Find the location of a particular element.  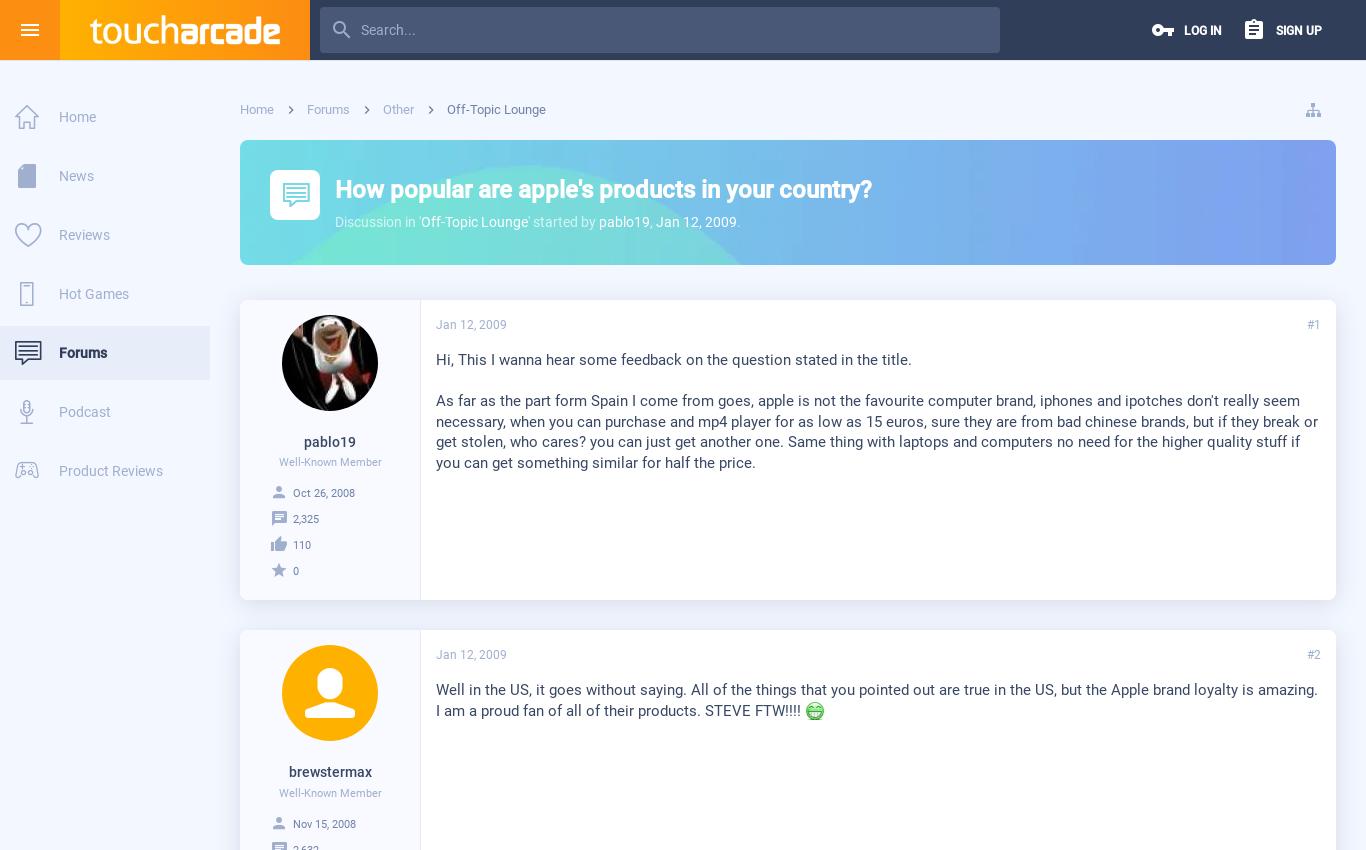

'Log in' is located at coordinates (1203, 30).